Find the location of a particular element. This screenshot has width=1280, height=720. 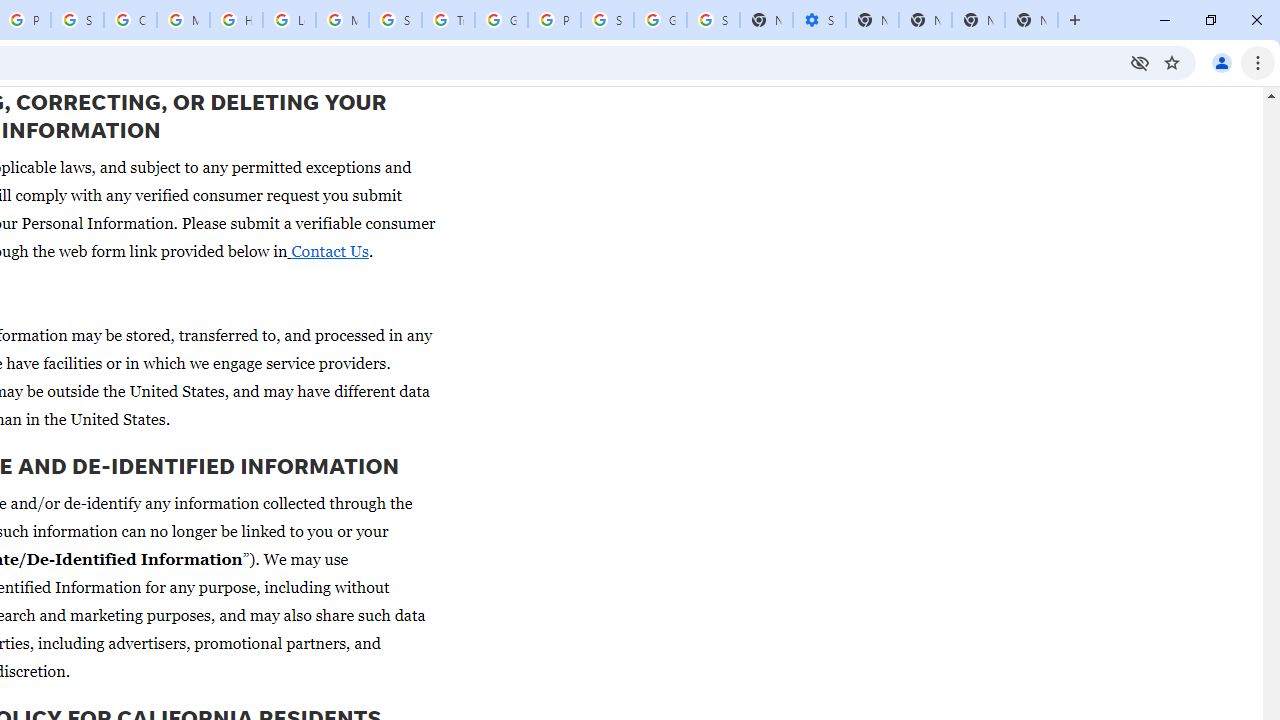

'Trusted Information and Content - Google Safety Center' is located at coordinates (447, 20).